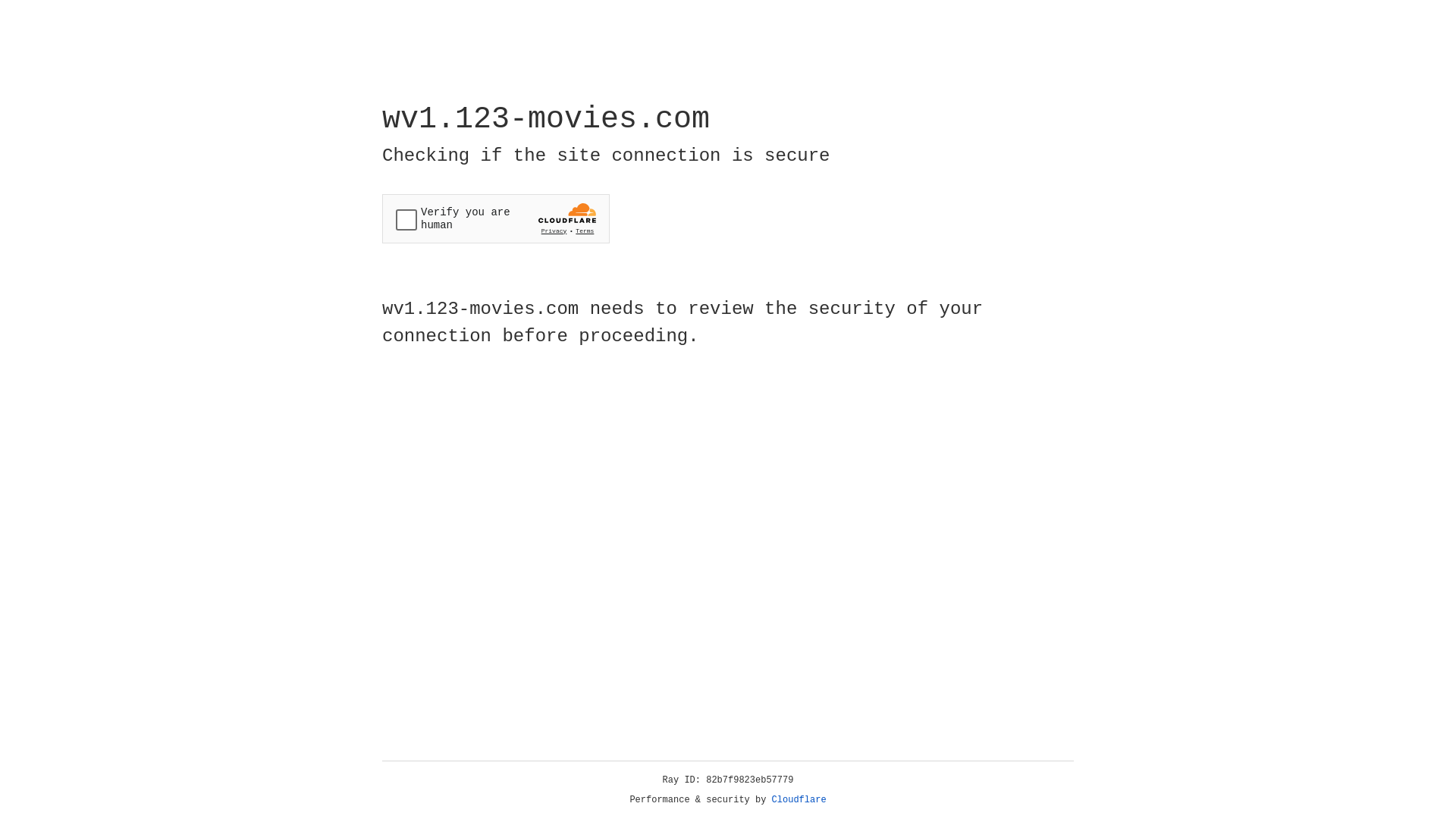 This screenshot has height=819, width=1456. What do you see at coordinates (799, 799) in the screenshot?
I see `'Cloudflare'` at bounding box center [799, 799].